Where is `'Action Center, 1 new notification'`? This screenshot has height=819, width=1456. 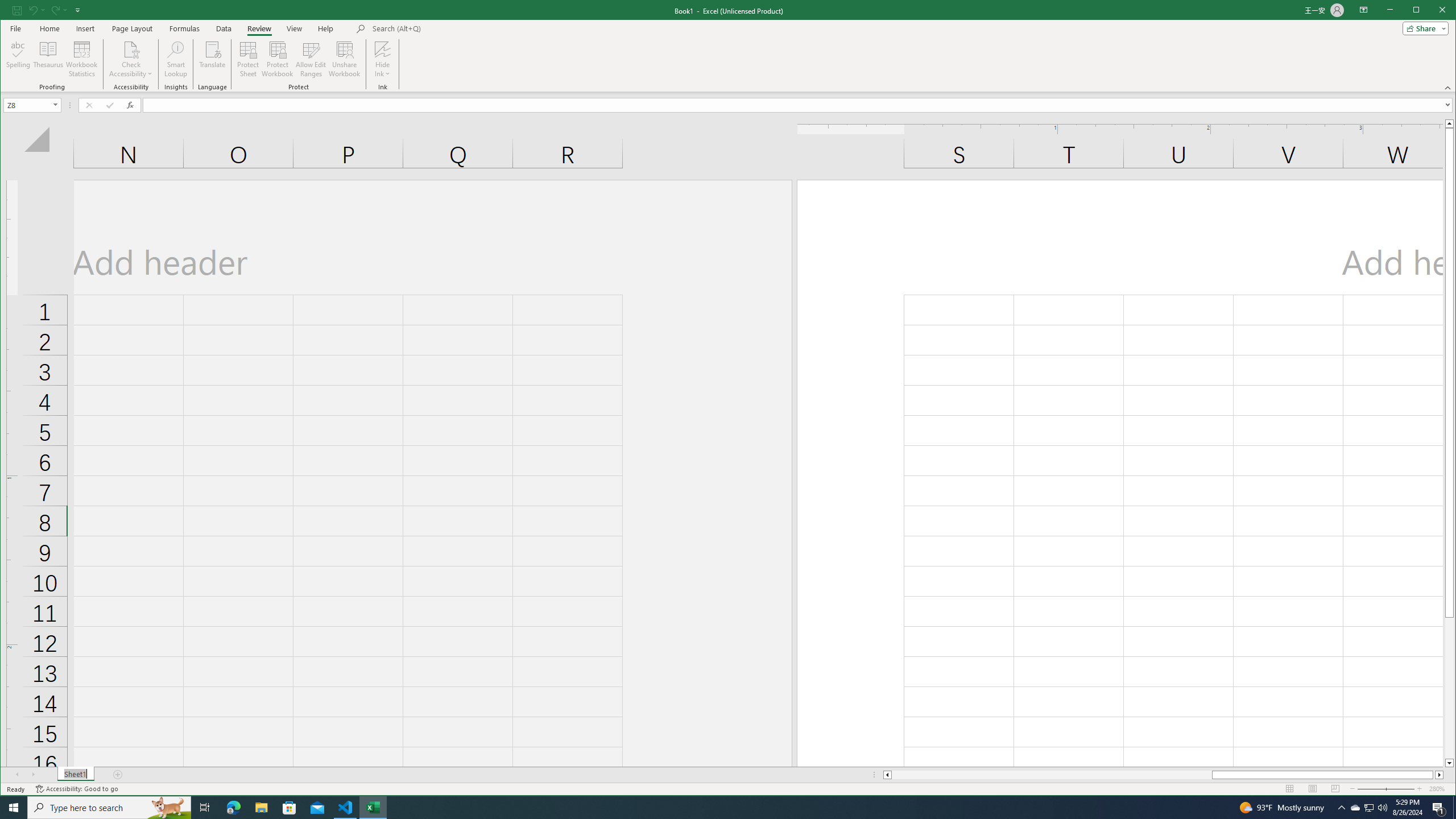 'Action Center, 1 new notification' is located at coordinates (1439, 806).